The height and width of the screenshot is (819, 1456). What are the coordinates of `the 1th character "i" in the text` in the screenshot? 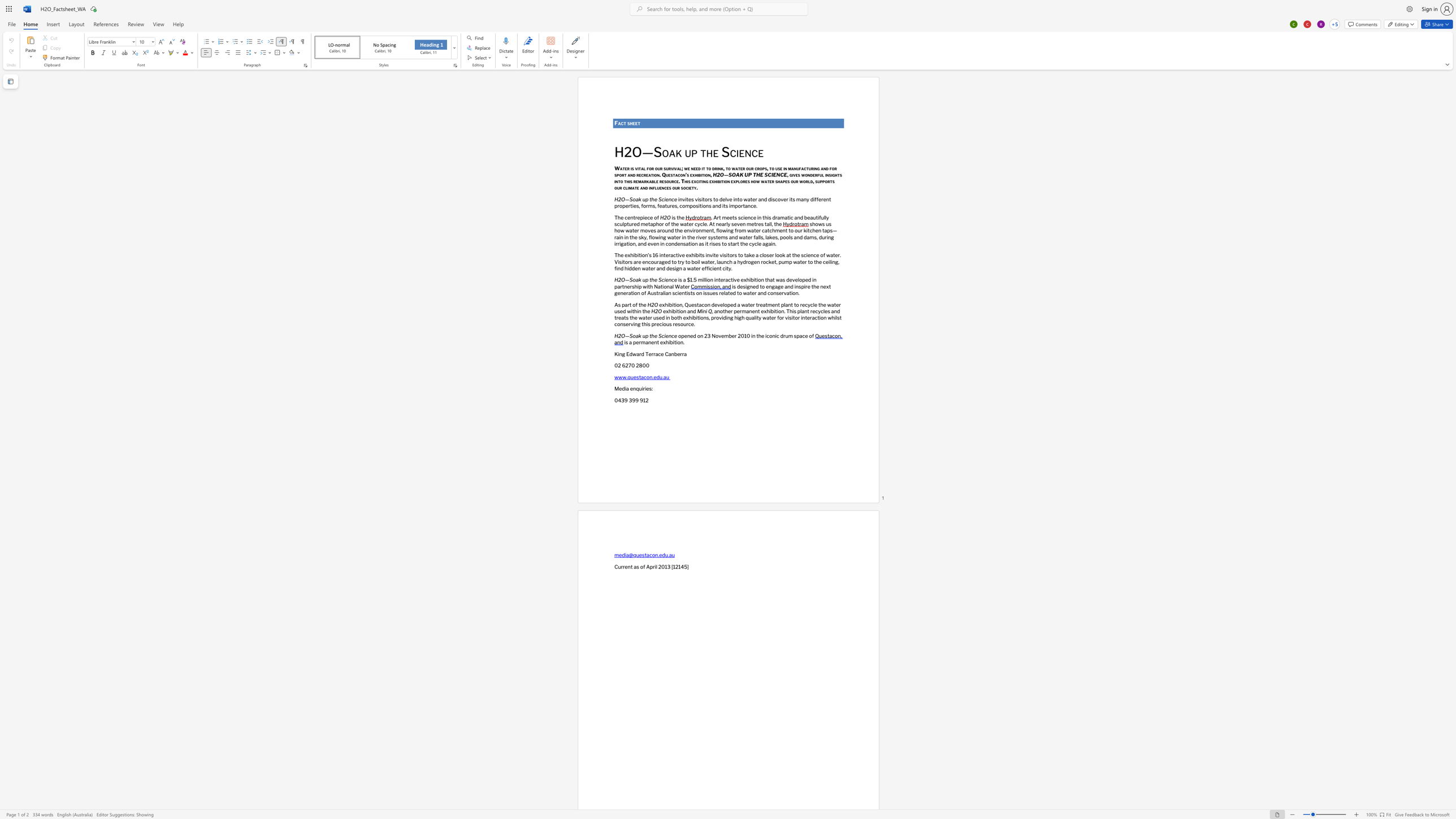 It's located at (678, 279).